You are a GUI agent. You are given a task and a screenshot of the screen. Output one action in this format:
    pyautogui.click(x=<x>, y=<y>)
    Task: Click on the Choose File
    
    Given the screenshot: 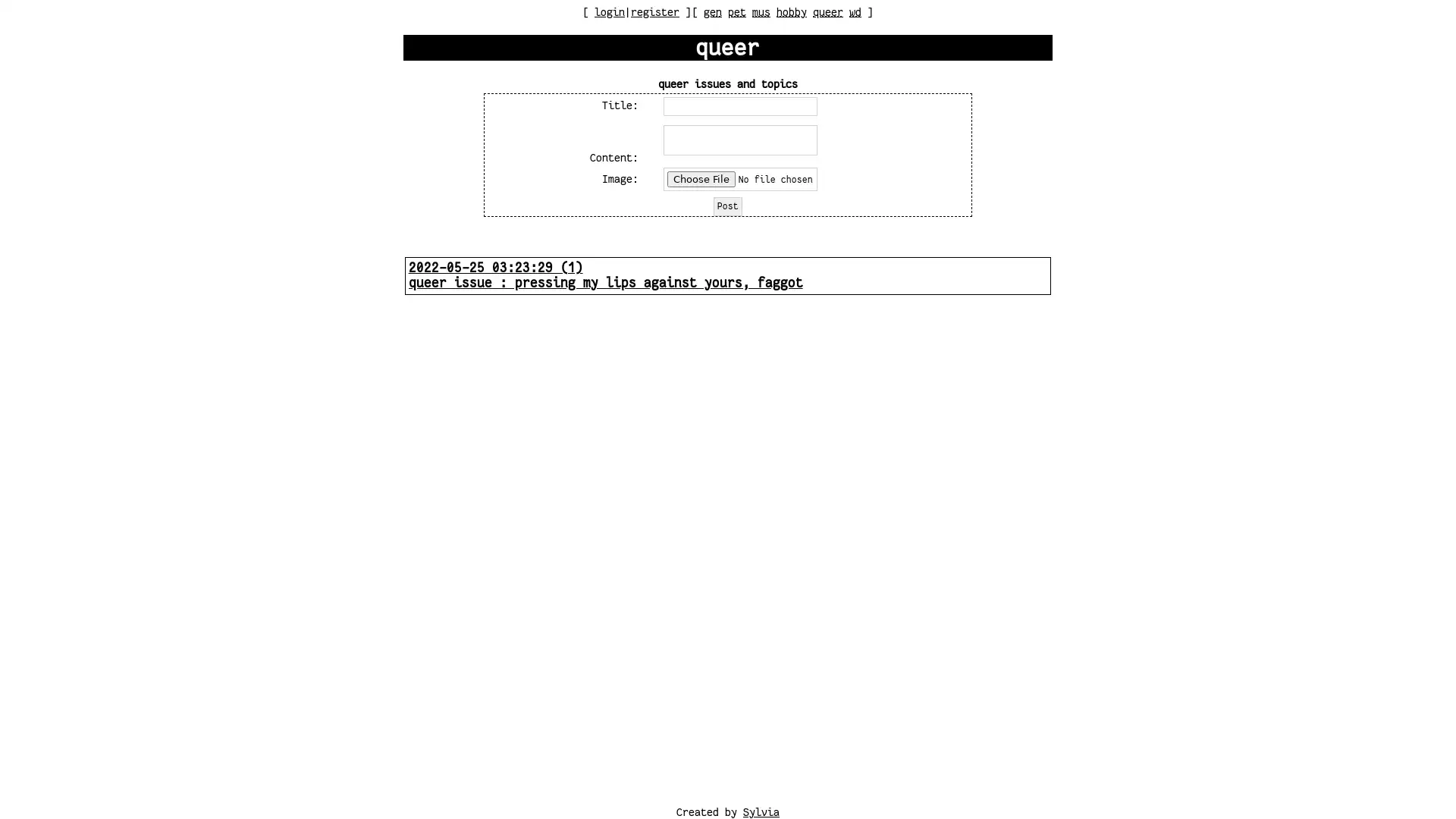 What is the action you would take?
    pyautogui.click(x=701, y=177)
    